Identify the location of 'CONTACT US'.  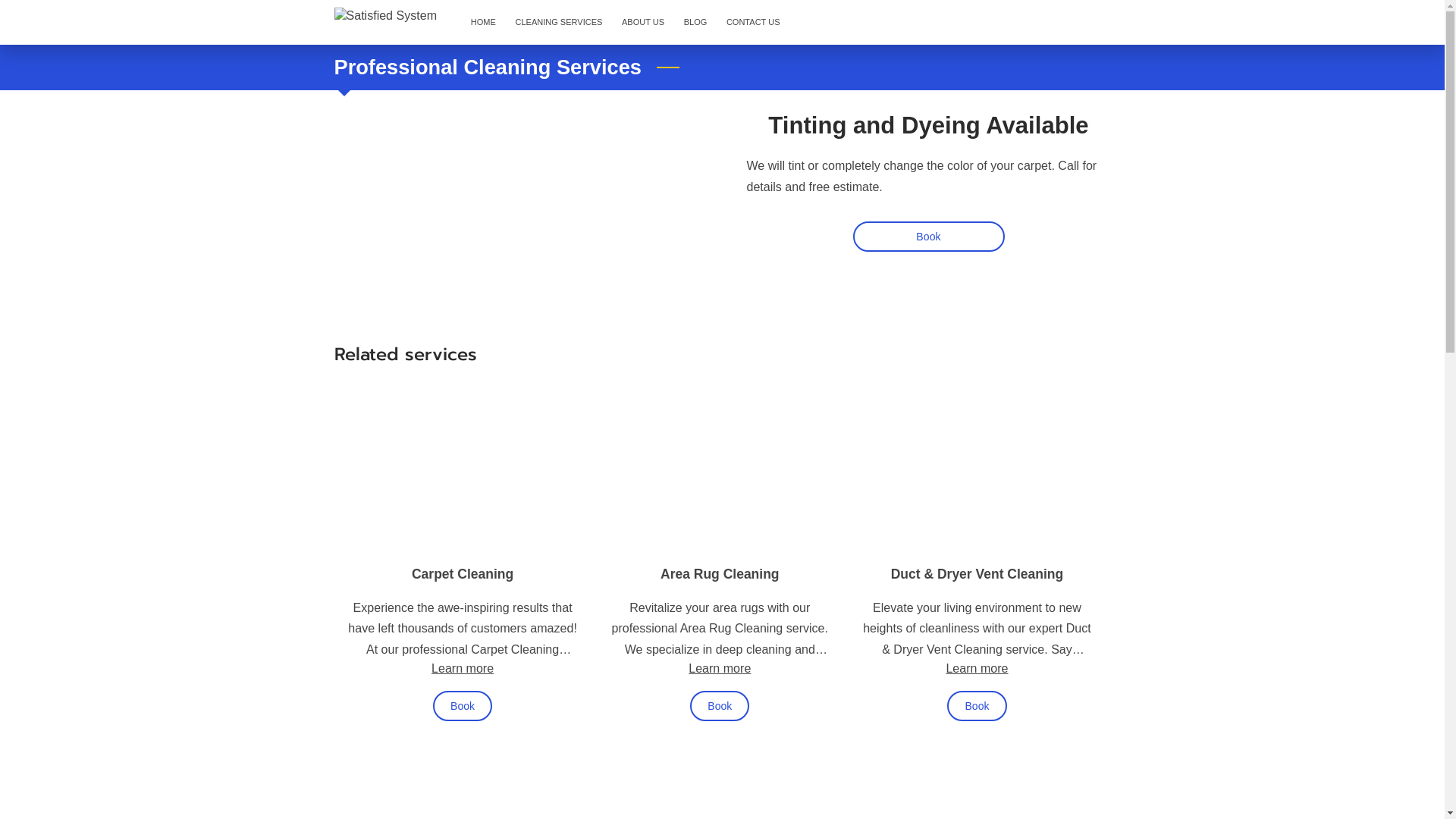
(753, 23).